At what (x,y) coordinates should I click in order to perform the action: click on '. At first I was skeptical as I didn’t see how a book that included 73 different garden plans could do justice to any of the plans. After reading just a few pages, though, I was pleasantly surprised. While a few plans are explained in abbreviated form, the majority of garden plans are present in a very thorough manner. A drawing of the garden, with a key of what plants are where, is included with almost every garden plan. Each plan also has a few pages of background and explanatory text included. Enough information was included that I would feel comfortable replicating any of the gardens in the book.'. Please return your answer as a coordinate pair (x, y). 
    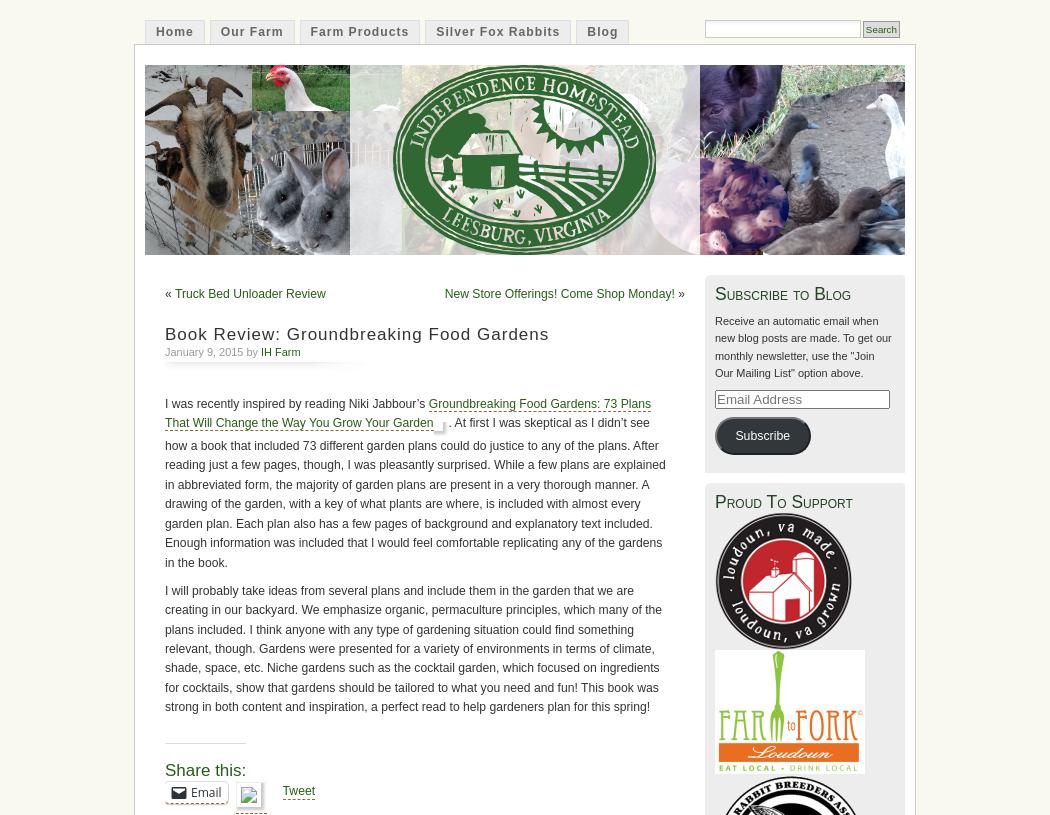
    Looking at the image, I should click on (413, 492).